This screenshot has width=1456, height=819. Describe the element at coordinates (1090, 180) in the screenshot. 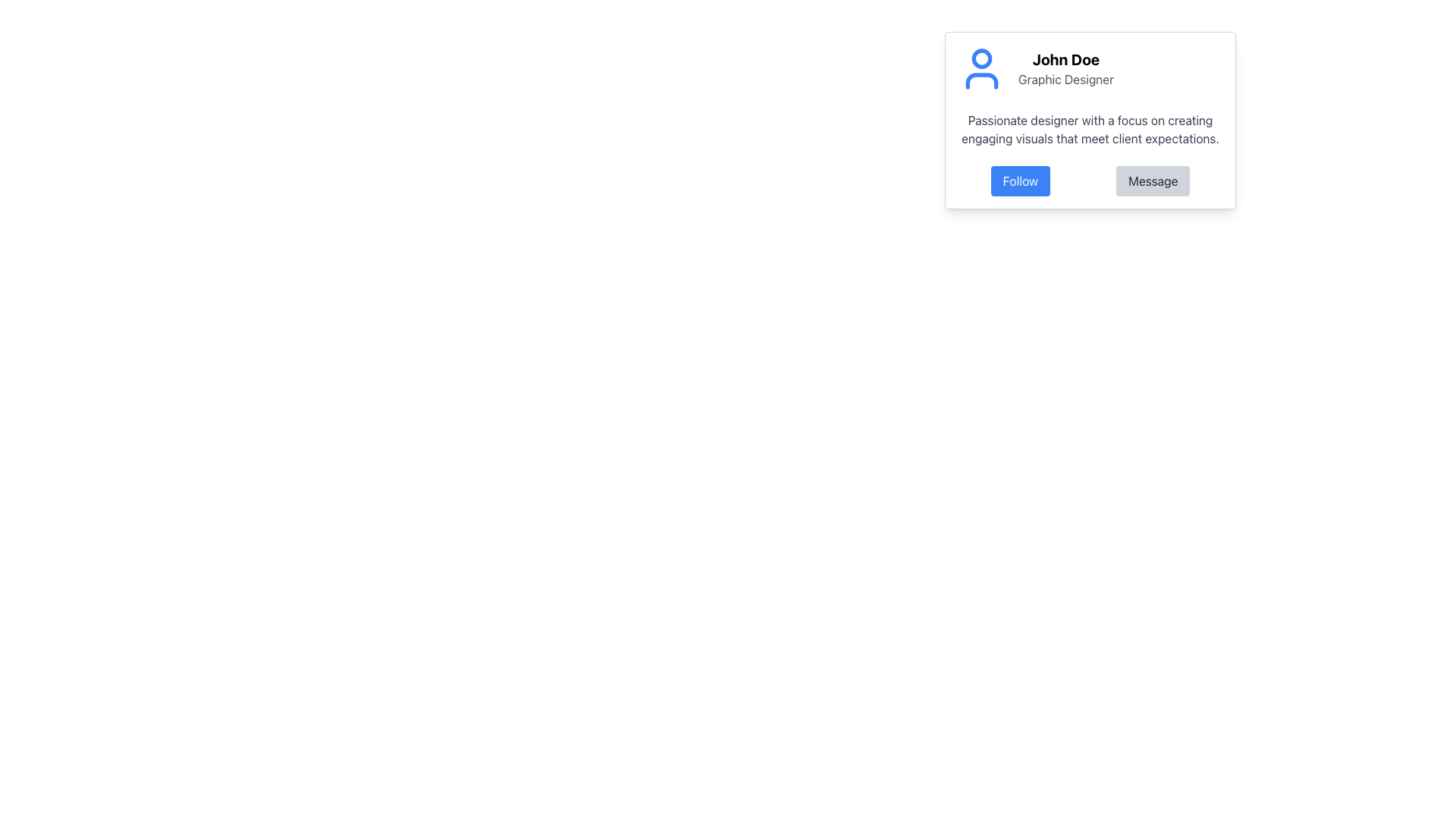

I see `the button group located at the bottom of the card component displaying user information for 'John Doe', allowing the user` at that location.